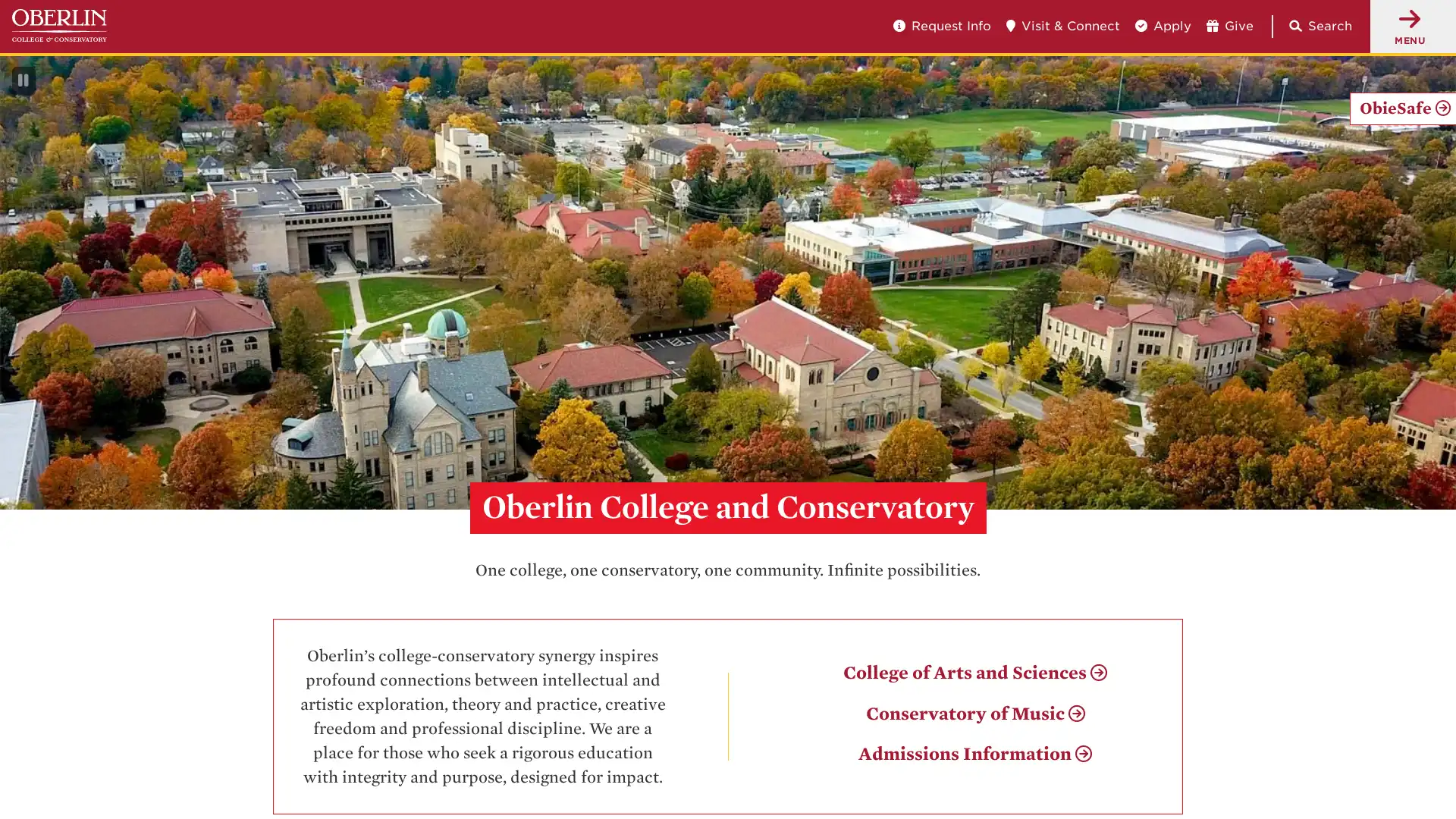  I want to click on Pause Video, so click(23, 81).